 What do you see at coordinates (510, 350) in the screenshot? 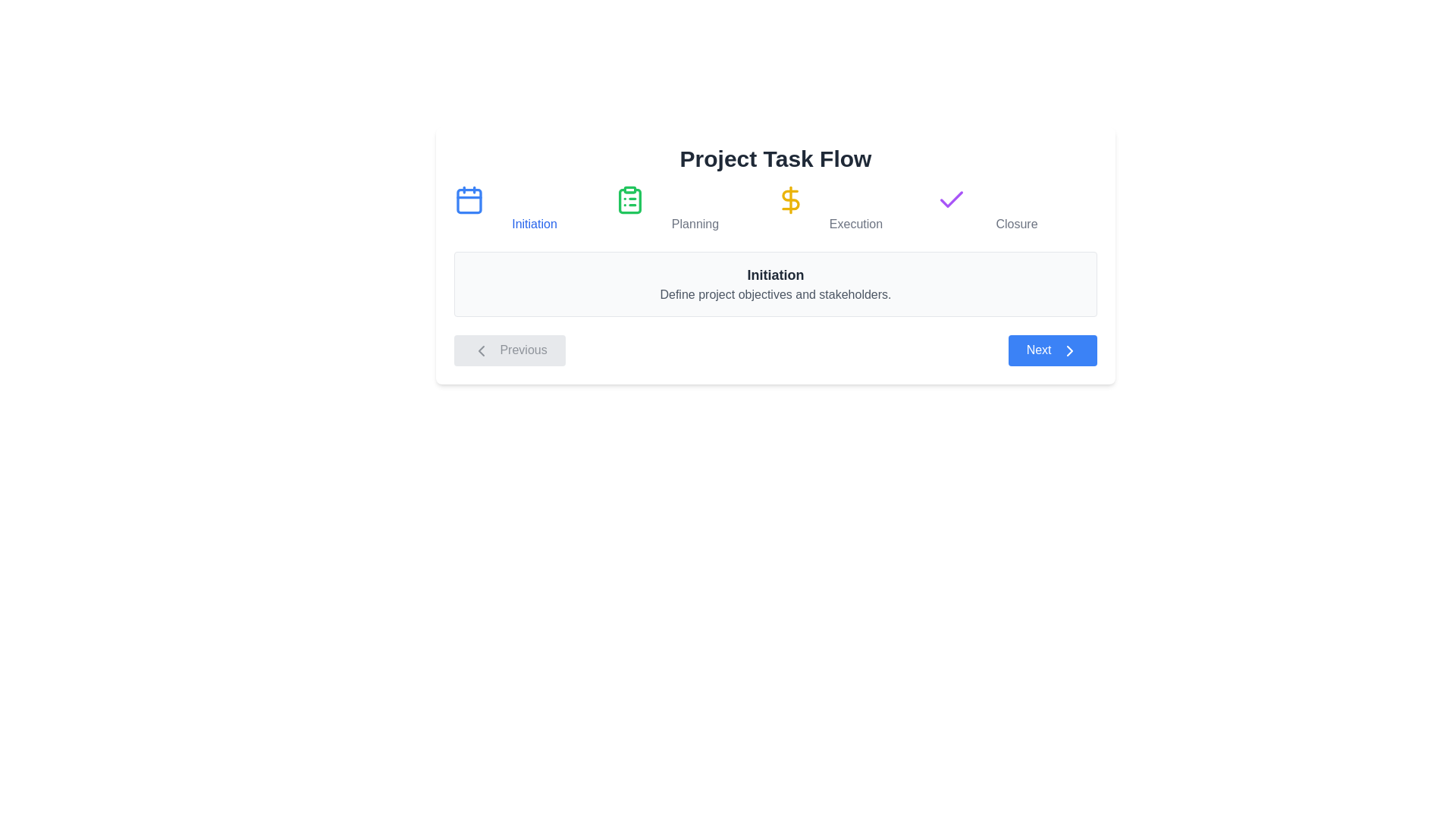
I see `the 'Previous' button, which is located at the bottom-left corner of the navigation bar and features a leftward arrow icon and gray background` at bounding box center [510, 350].